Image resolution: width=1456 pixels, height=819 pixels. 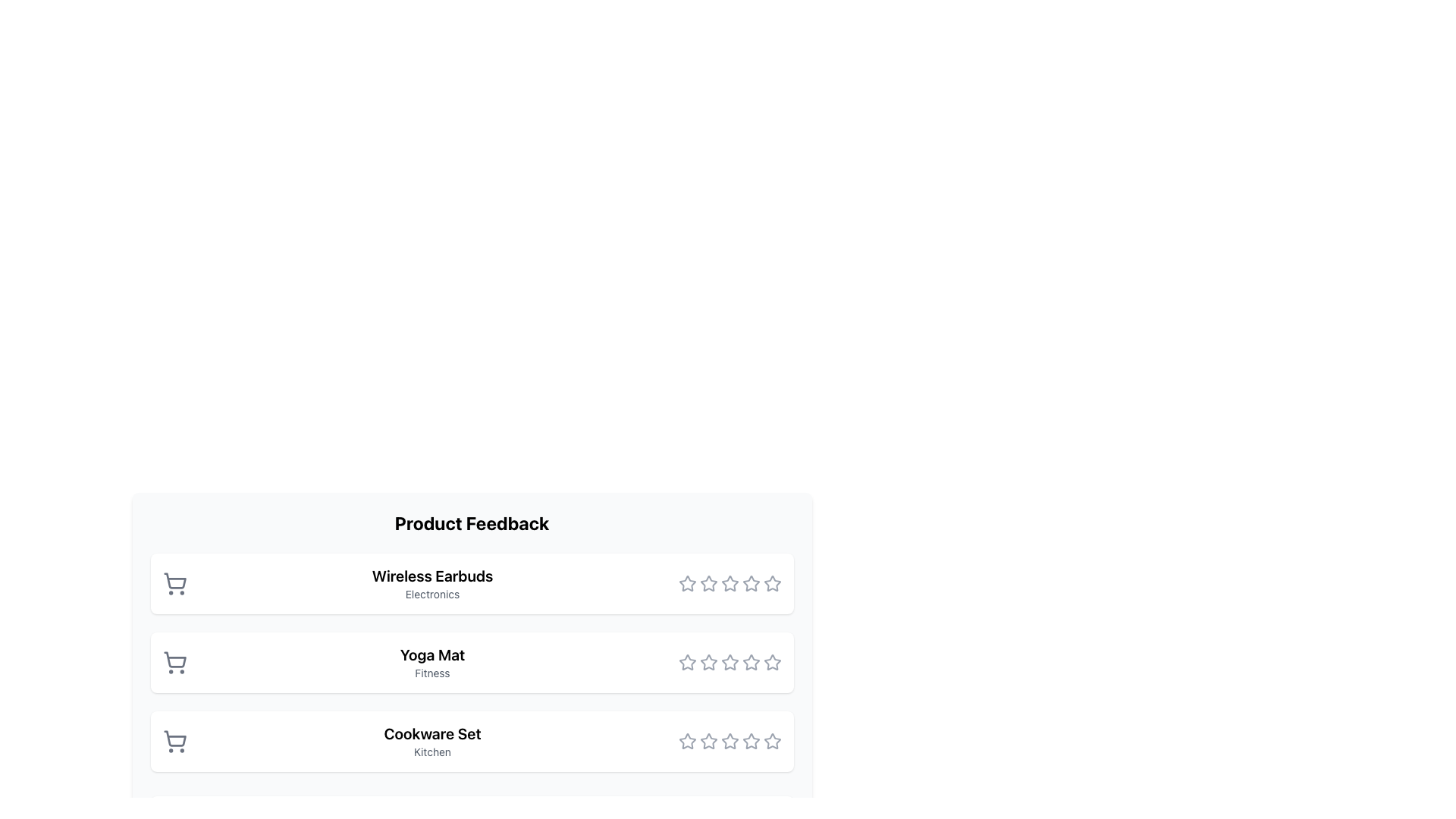 I want to click on the fifth star icon in the 'Cookware Set' product feedback section, so click(x=751, y=740).